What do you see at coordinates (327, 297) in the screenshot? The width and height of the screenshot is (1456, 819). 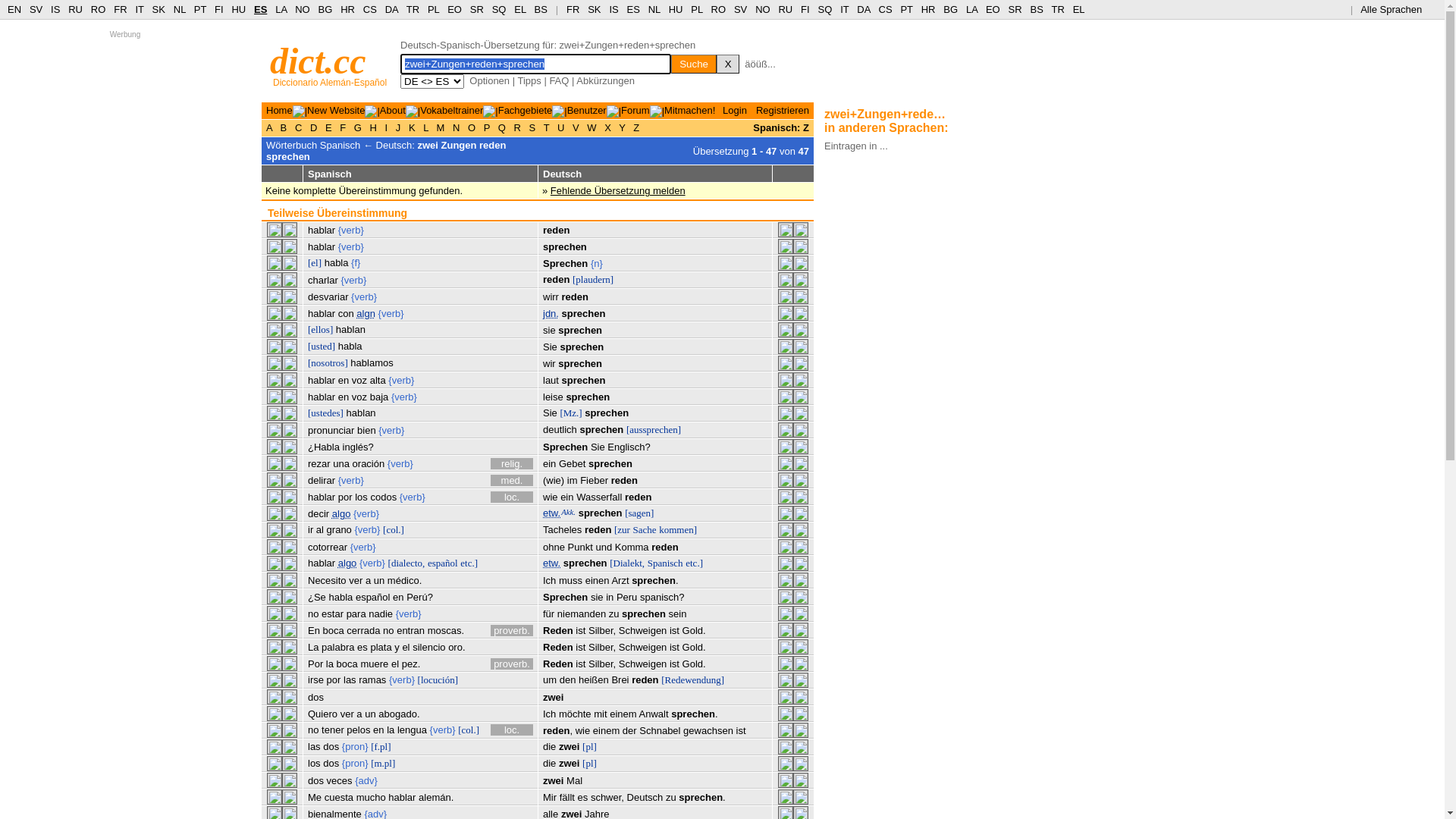 I see `'desvariar'` at bounding box center [327, 297].